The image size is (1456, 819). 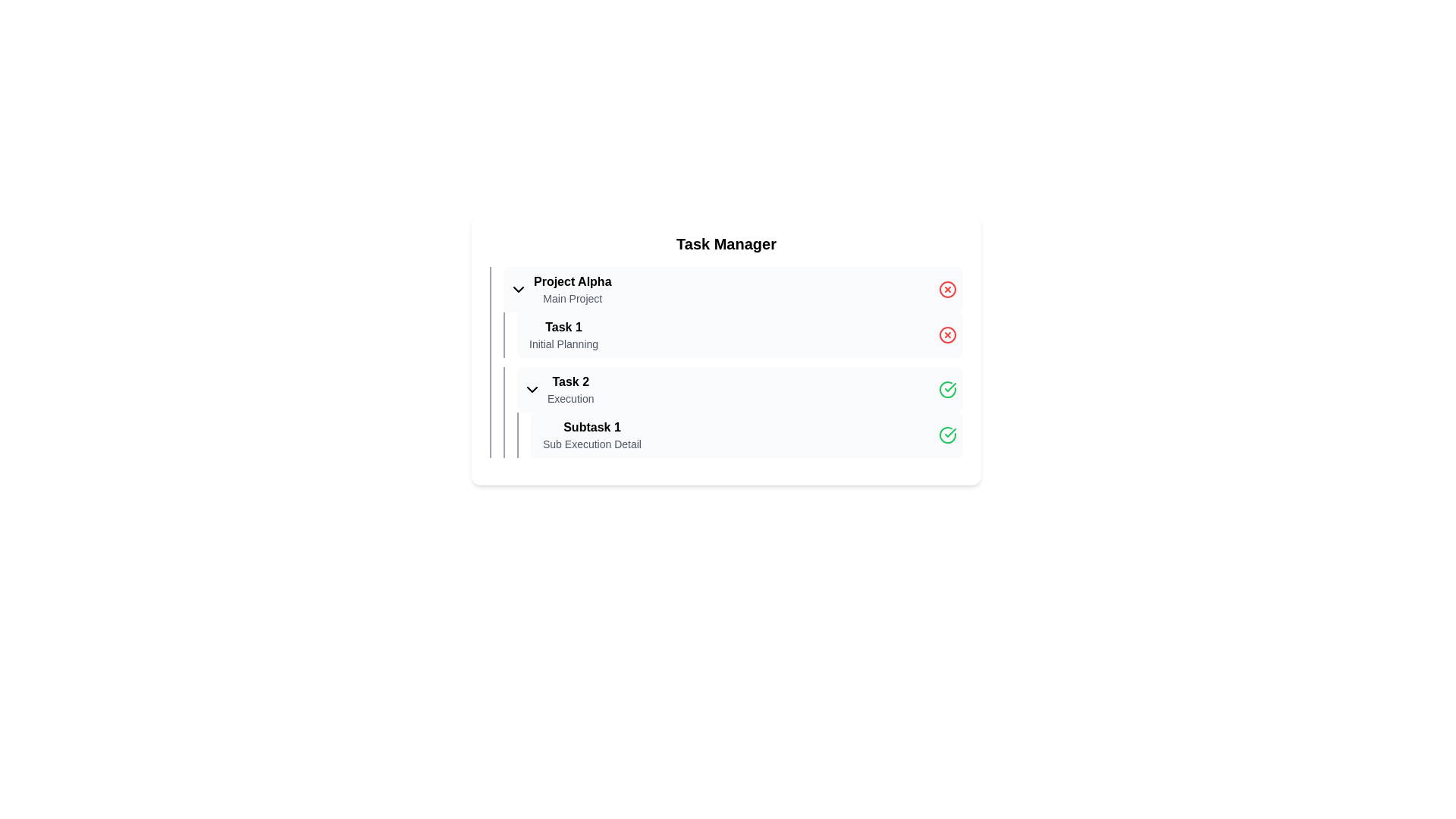 I want to click on the text label 'Main Project' styled in a smaller font size and lighter gray color, positioned below the 'Project Alpha' title within the task management interface, so click(x=572, y=298).